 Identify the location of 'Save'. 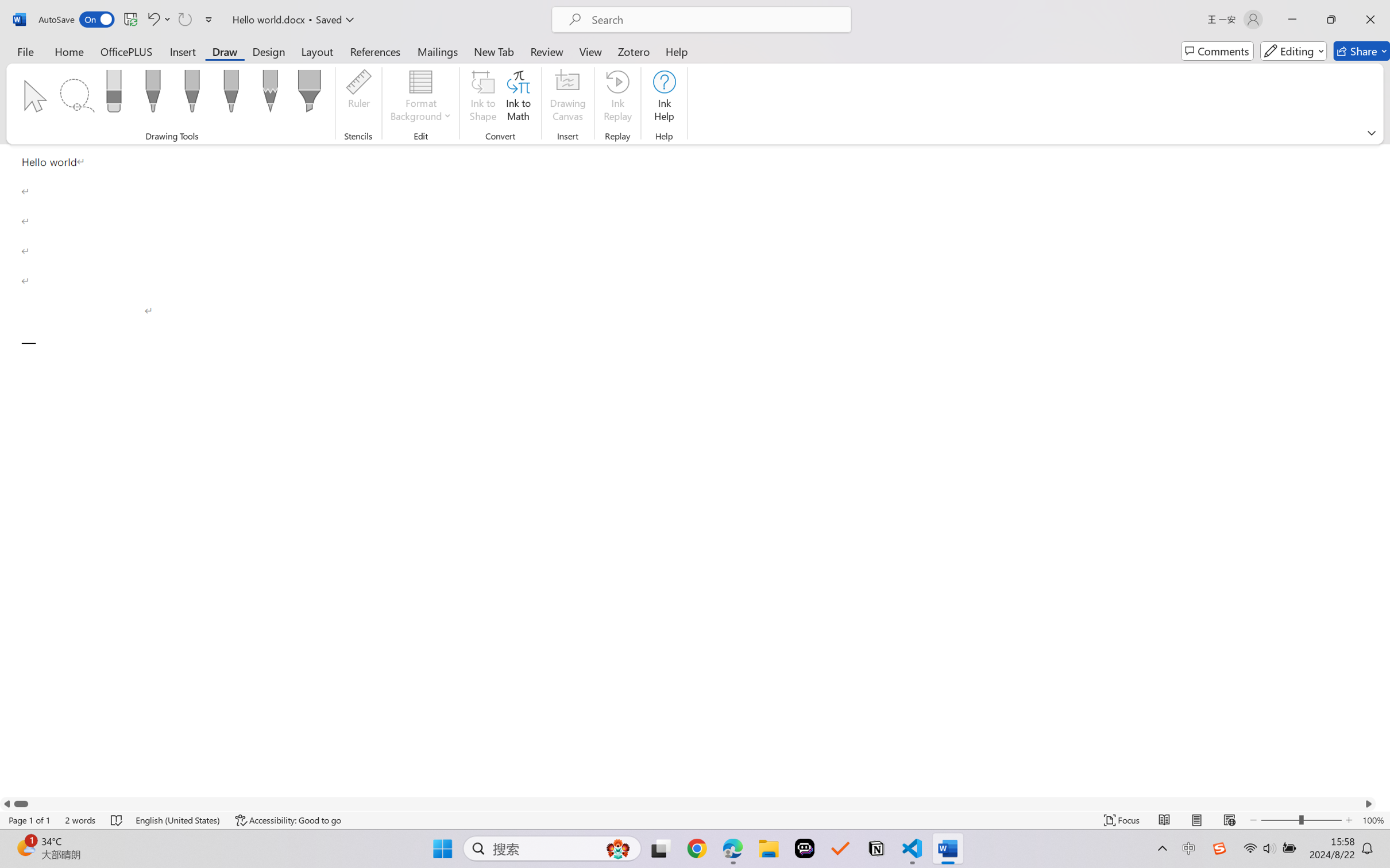
(130, 19).